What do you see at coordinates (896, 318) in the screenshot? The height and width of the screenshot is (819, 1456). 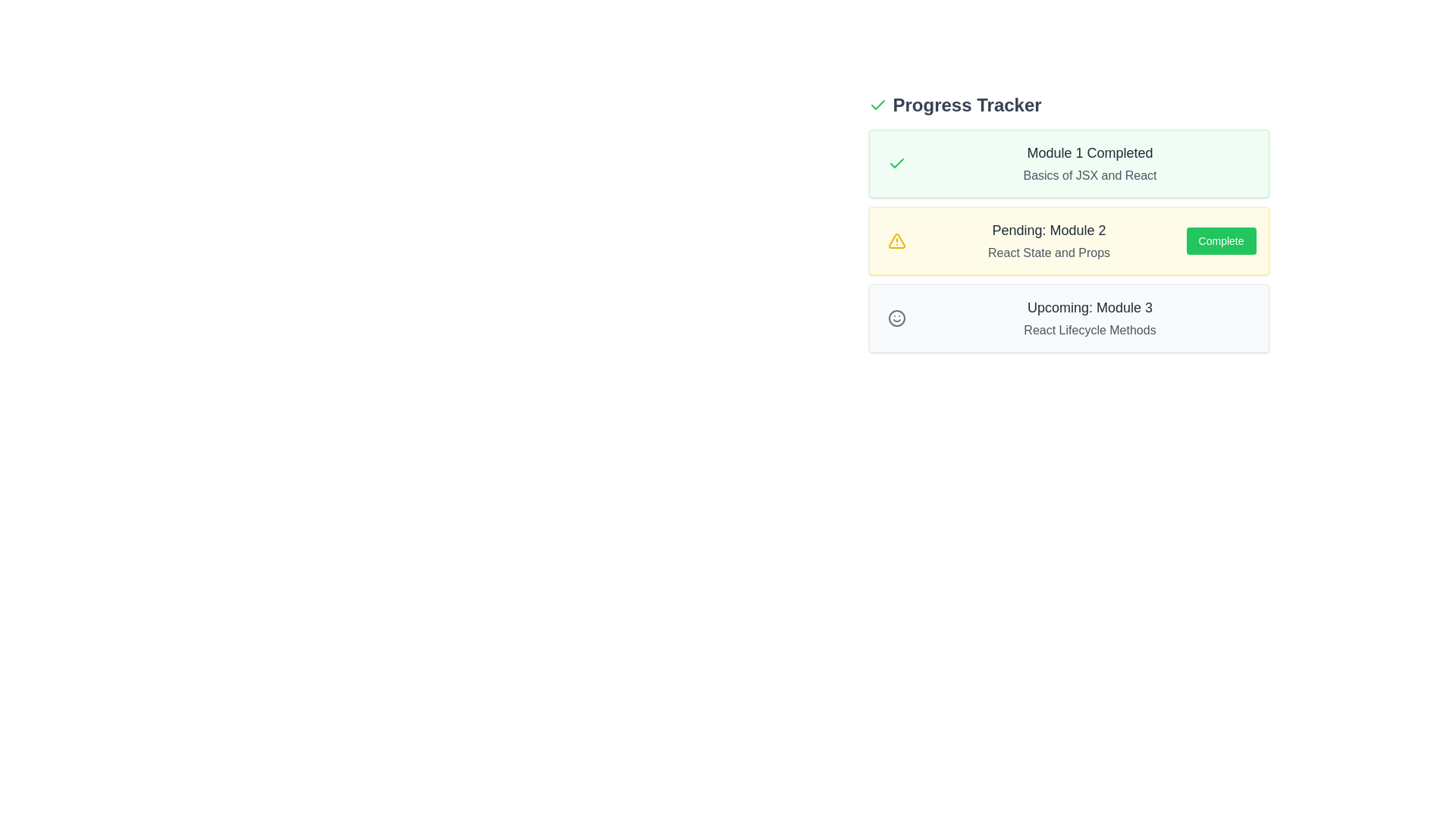 I see `the iconic circular element within the 'Upcoming: Module 3 React Lifecycle Methods' module, which is a decorative glyph indicating a certain state or attribute` at bounding box center [896, 318].